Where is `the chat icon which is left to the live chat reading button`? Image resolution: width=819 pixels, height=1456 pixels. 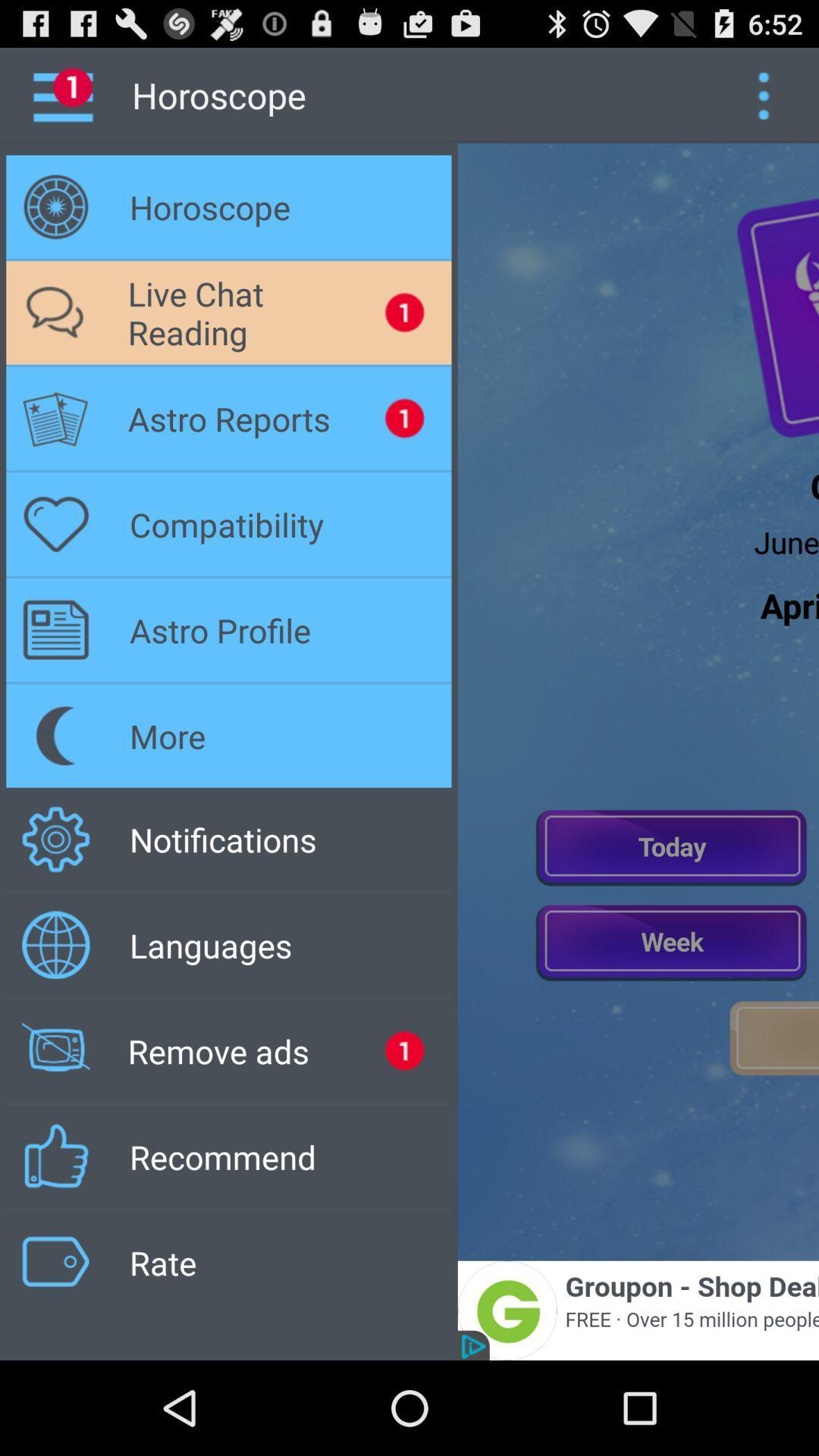
the chat icon which is left to the live chat reading button is located at coordinates (55, 312).